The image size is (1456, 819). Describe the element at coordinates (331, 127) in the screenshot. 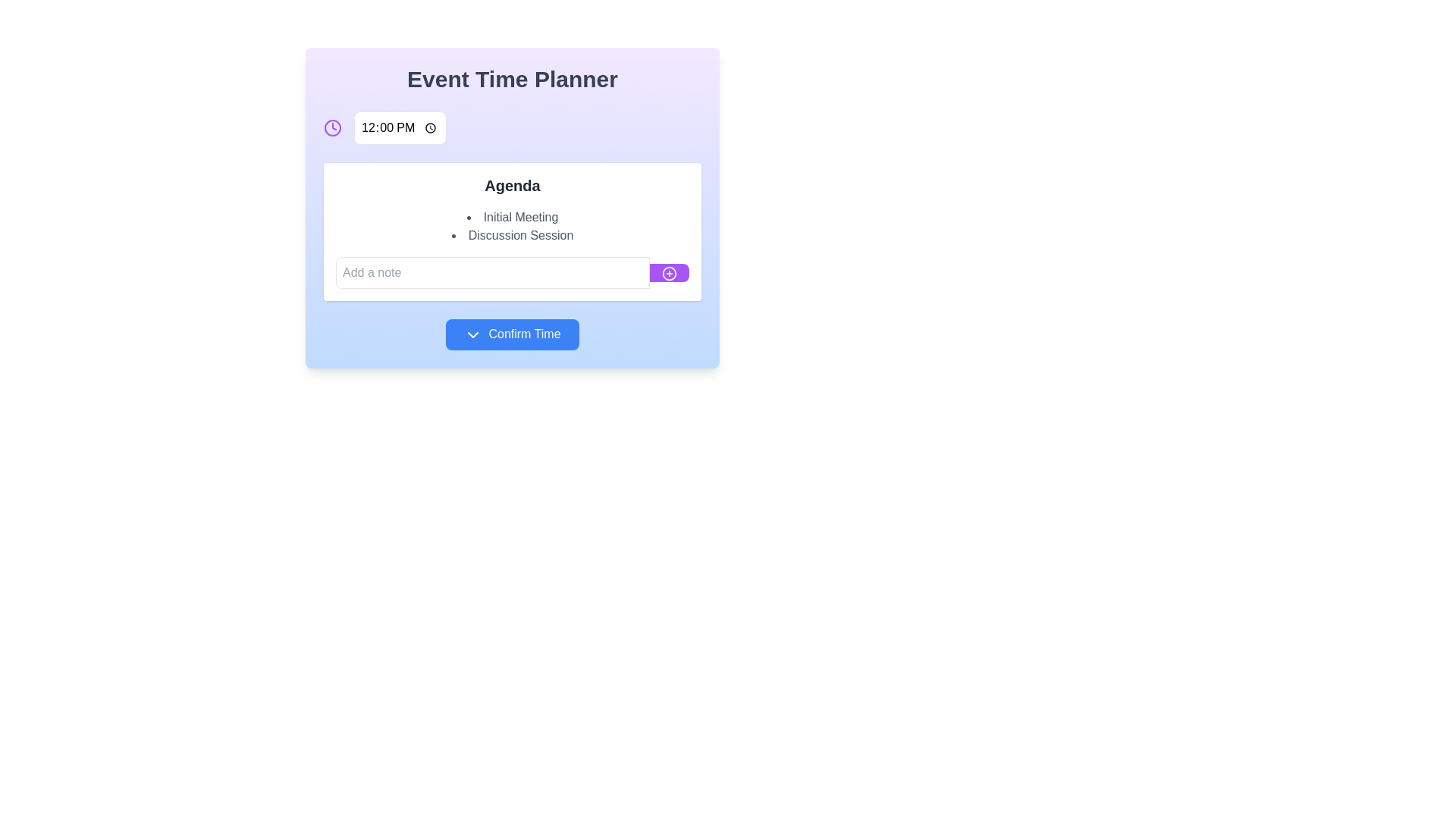

I see `the circular graphical icon component representing a clock face, which is located in the upper left section of the modal interface next to the time display field showing '12:00 PM'` at that location.